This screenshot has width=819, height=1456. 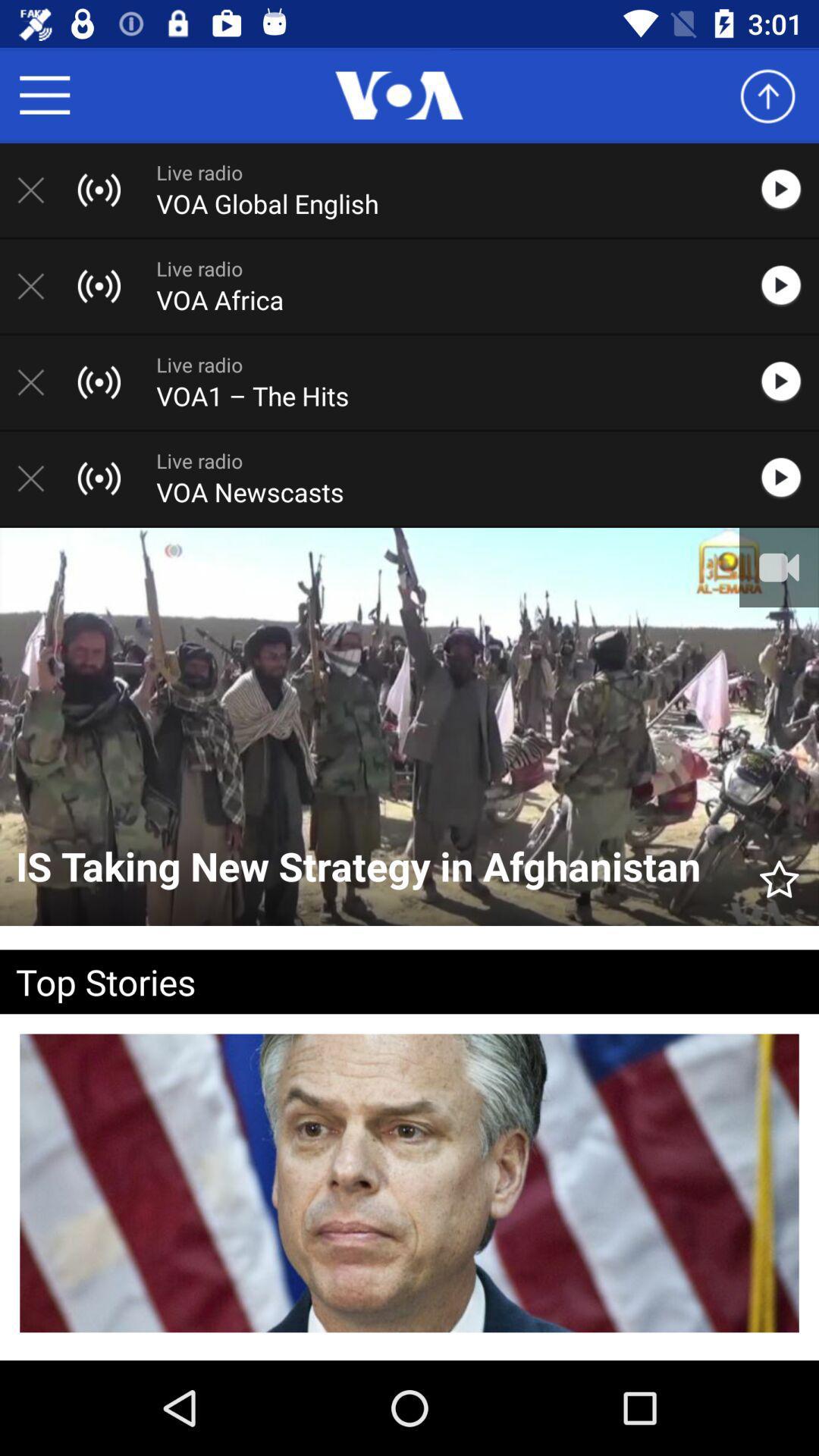 I want to click on delete selection, so click(x=38, y=382).